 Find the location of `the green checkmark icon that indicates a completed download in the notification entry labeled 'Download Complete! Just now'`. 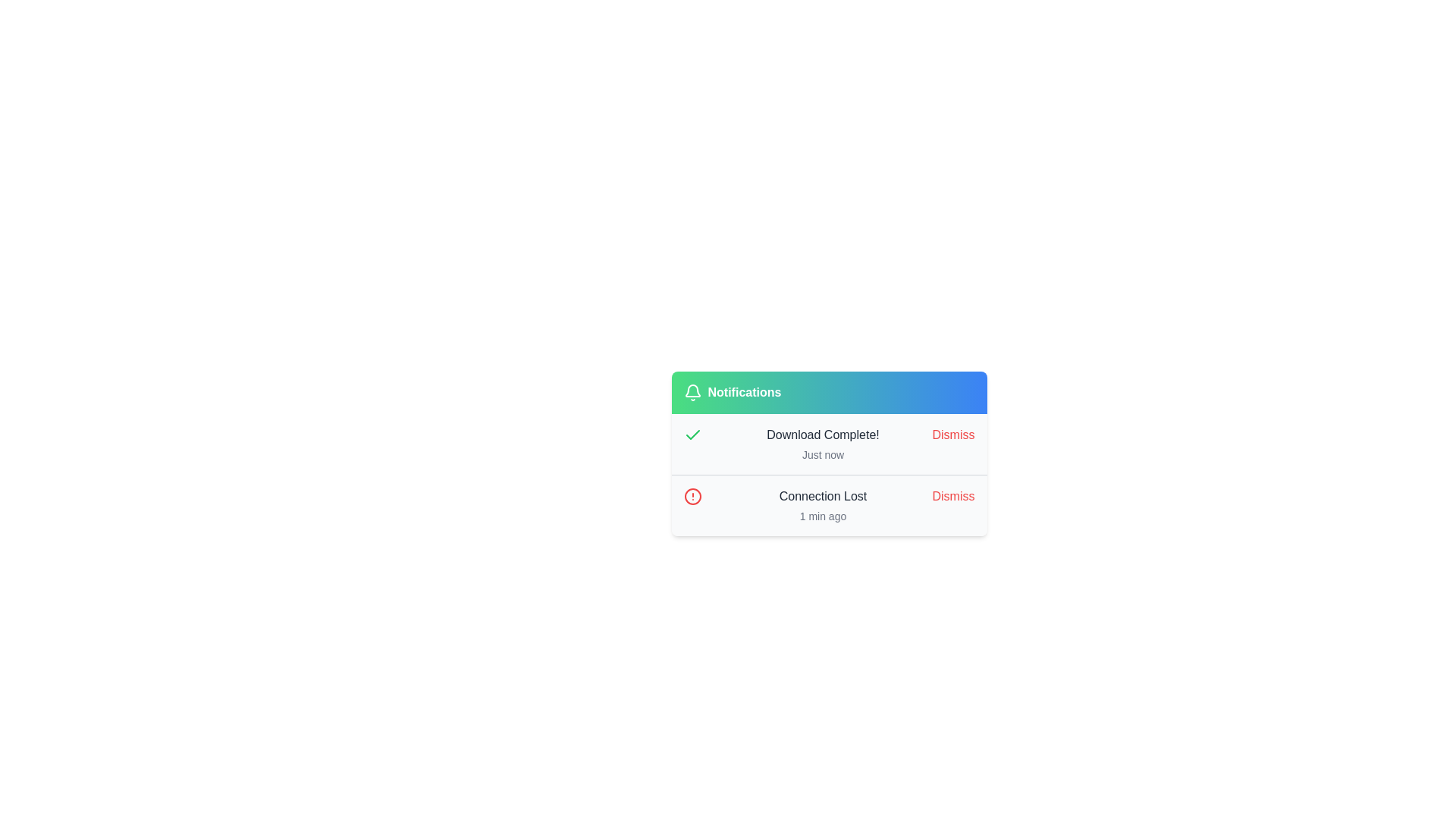

the green checkmark icon that indicates a completed download in the notification entry labeled 'Download Complete! Just now' is located at coordinates (692, 435).